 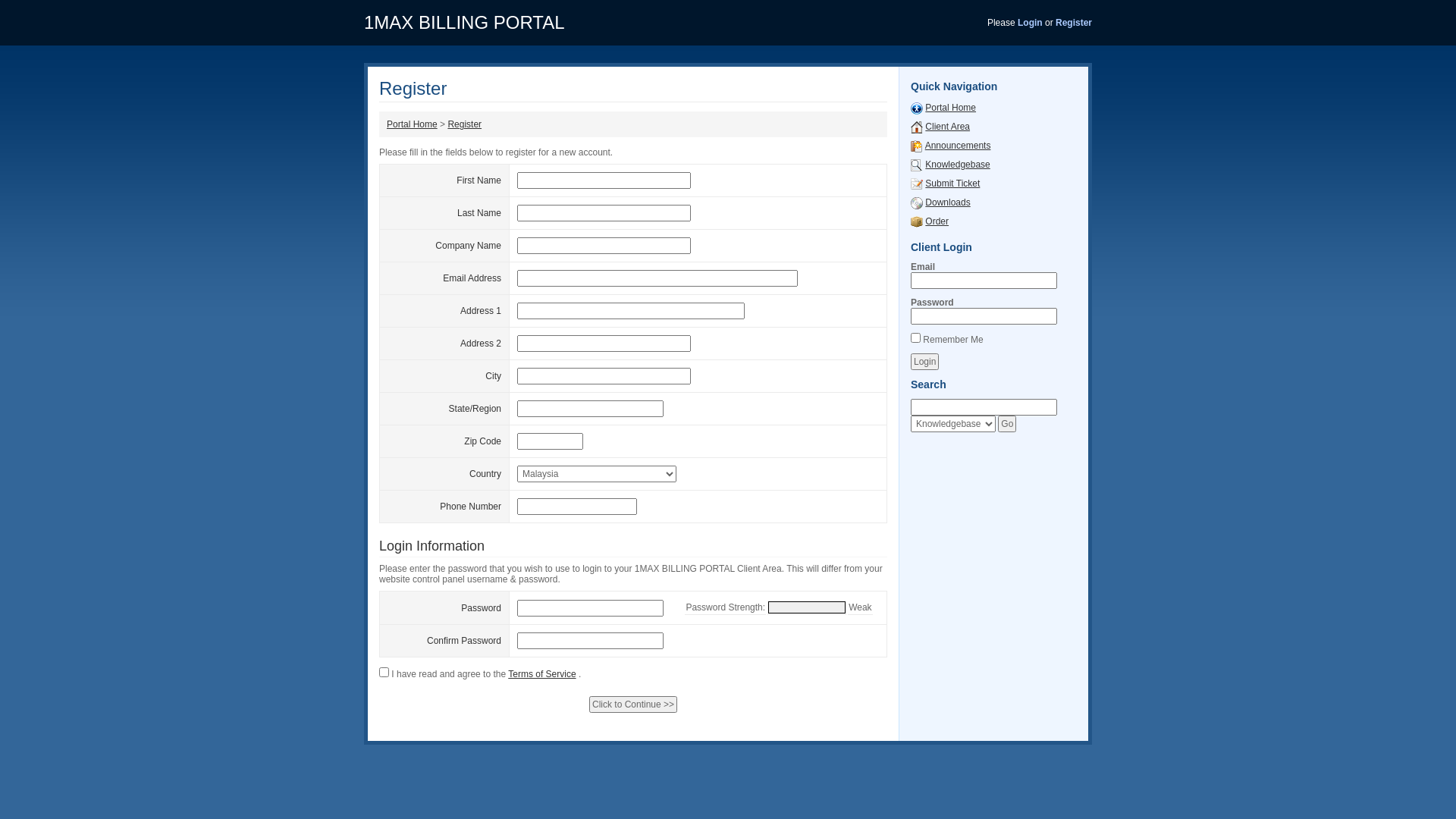 I want to click on 'Login', so click(x=1030, y=23).